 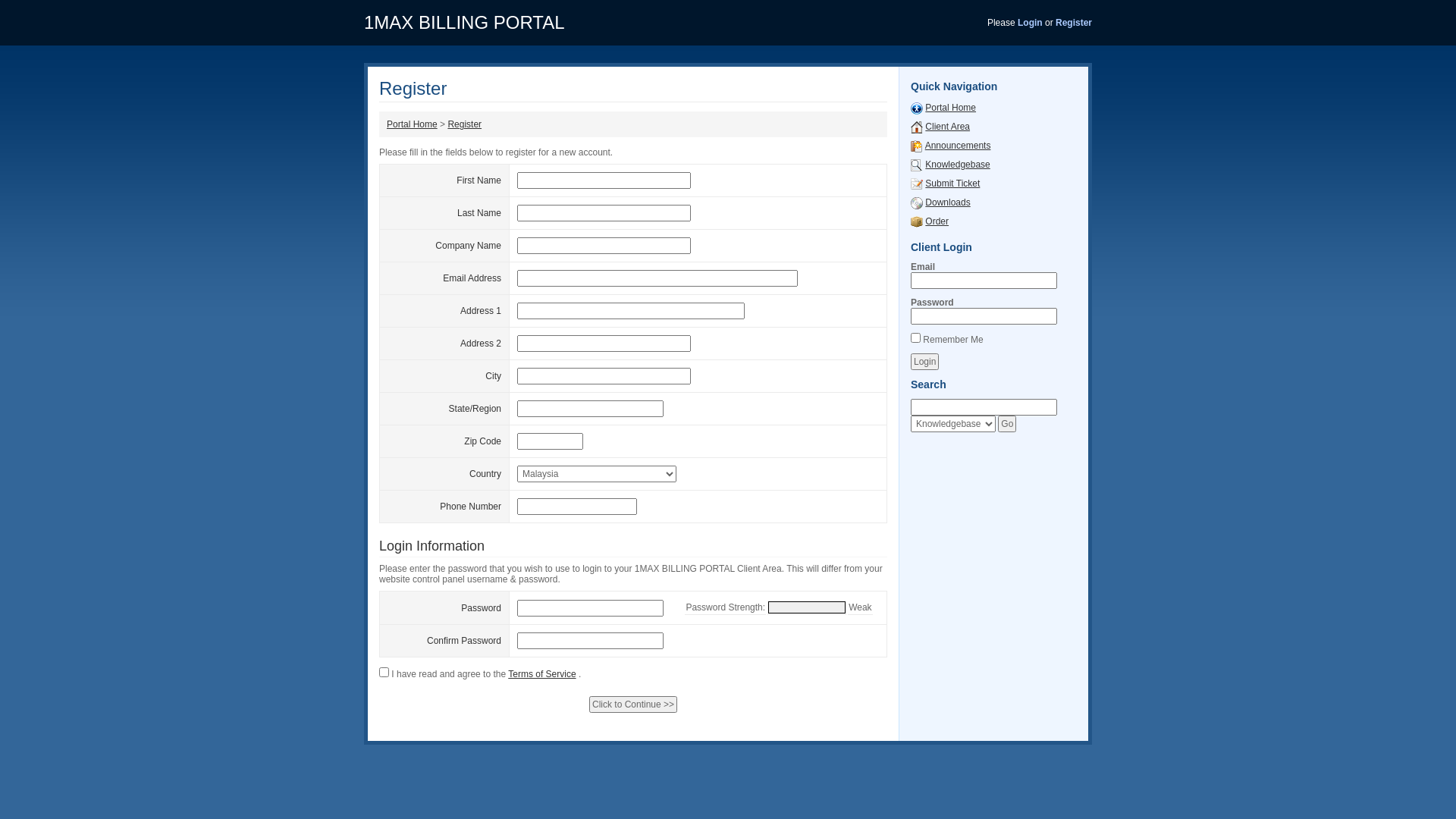 I want to click on 'Login', so click(x=1030, y=23).